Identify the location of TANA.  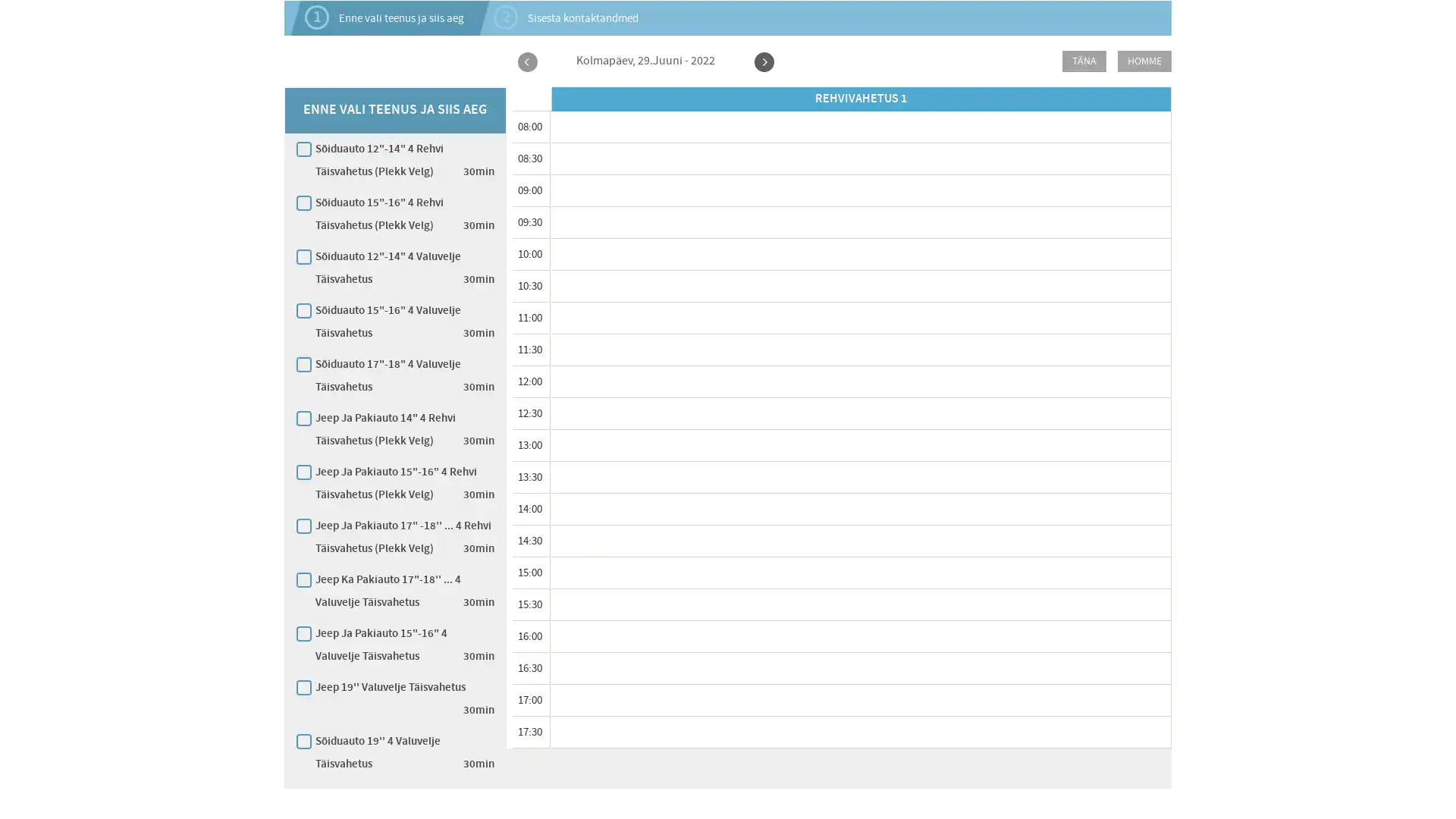
(1084, 61).